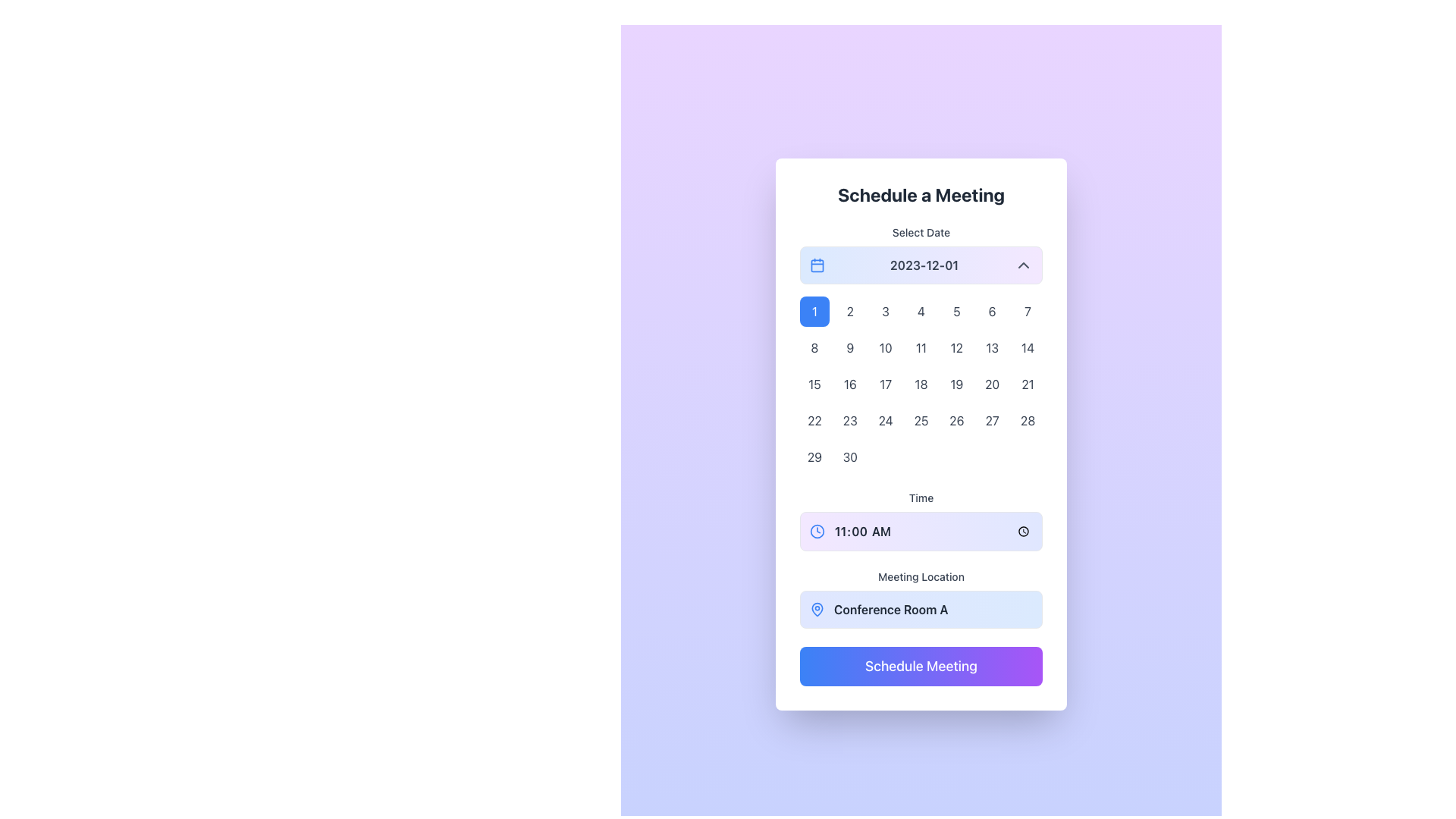 The image size is (1456, 819). What do you see at coordinates (850, 456) in the screenshot?
I see `the rectangular button displaying the text '30' in gray` at bounding box center [850, 456].